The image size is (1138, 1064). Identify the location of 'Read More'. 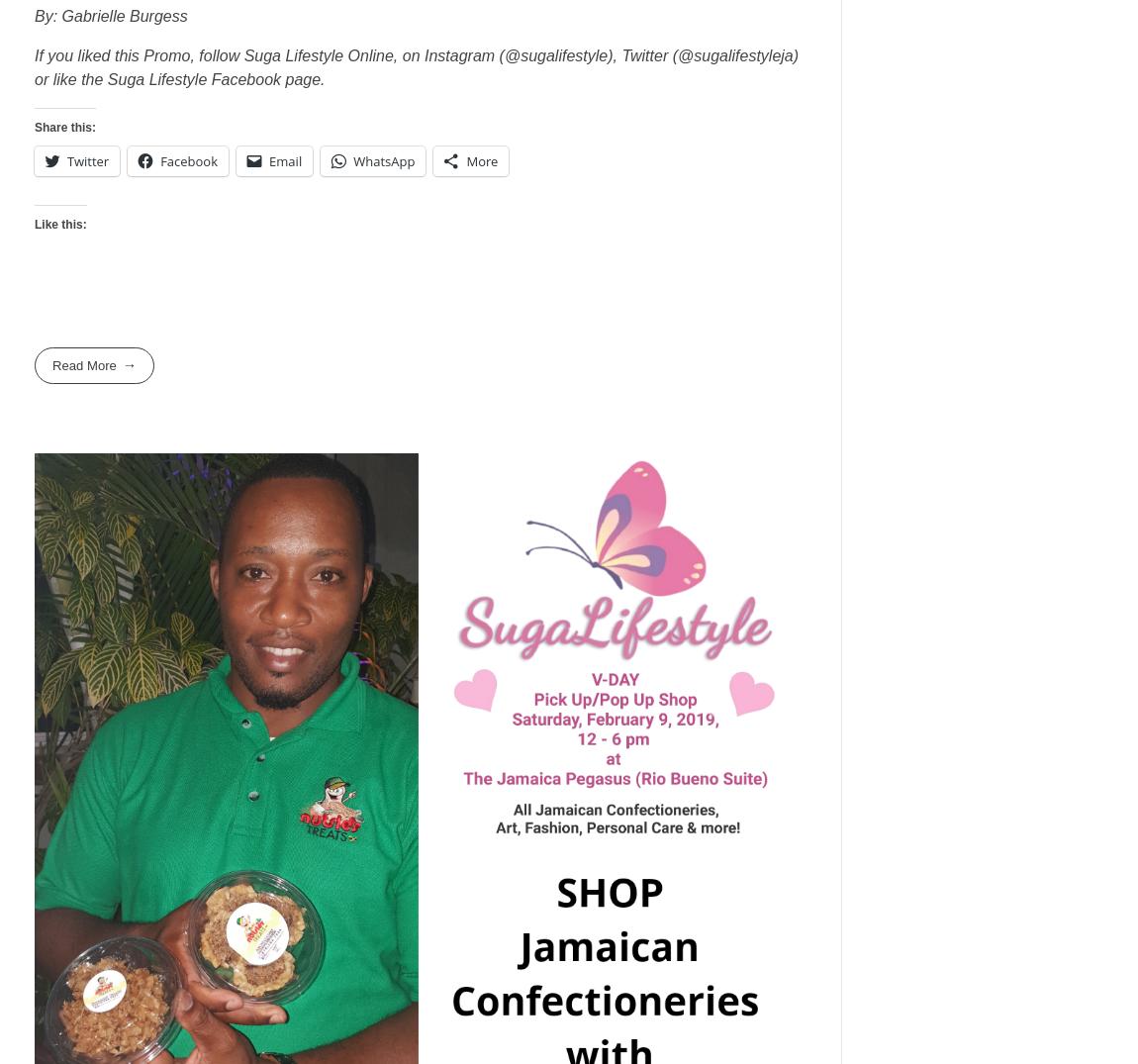
(51, 365).